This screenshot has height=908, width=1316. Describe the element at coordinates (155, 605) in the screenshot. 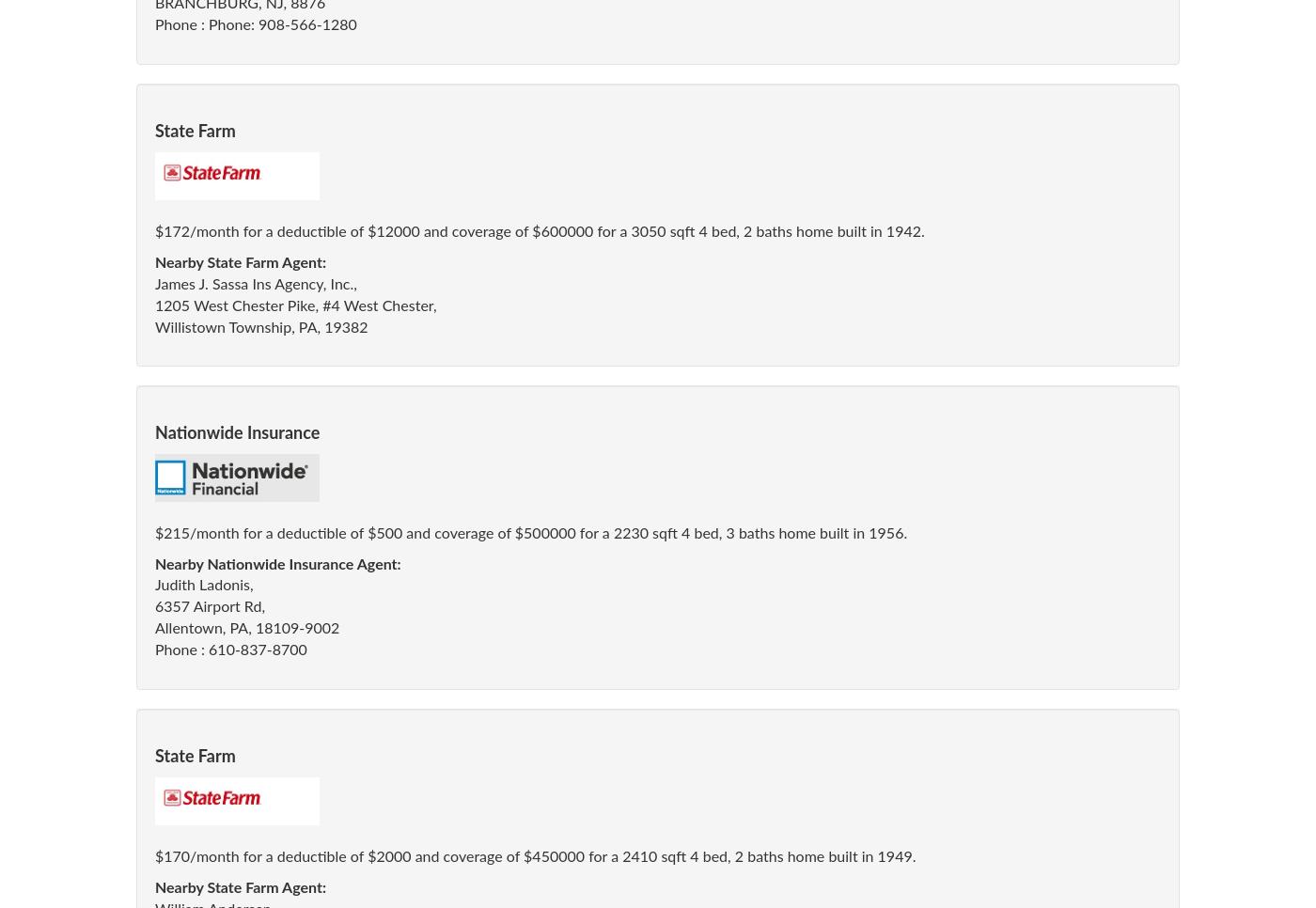

I see `'6357 Airport Rd,'` at that location.